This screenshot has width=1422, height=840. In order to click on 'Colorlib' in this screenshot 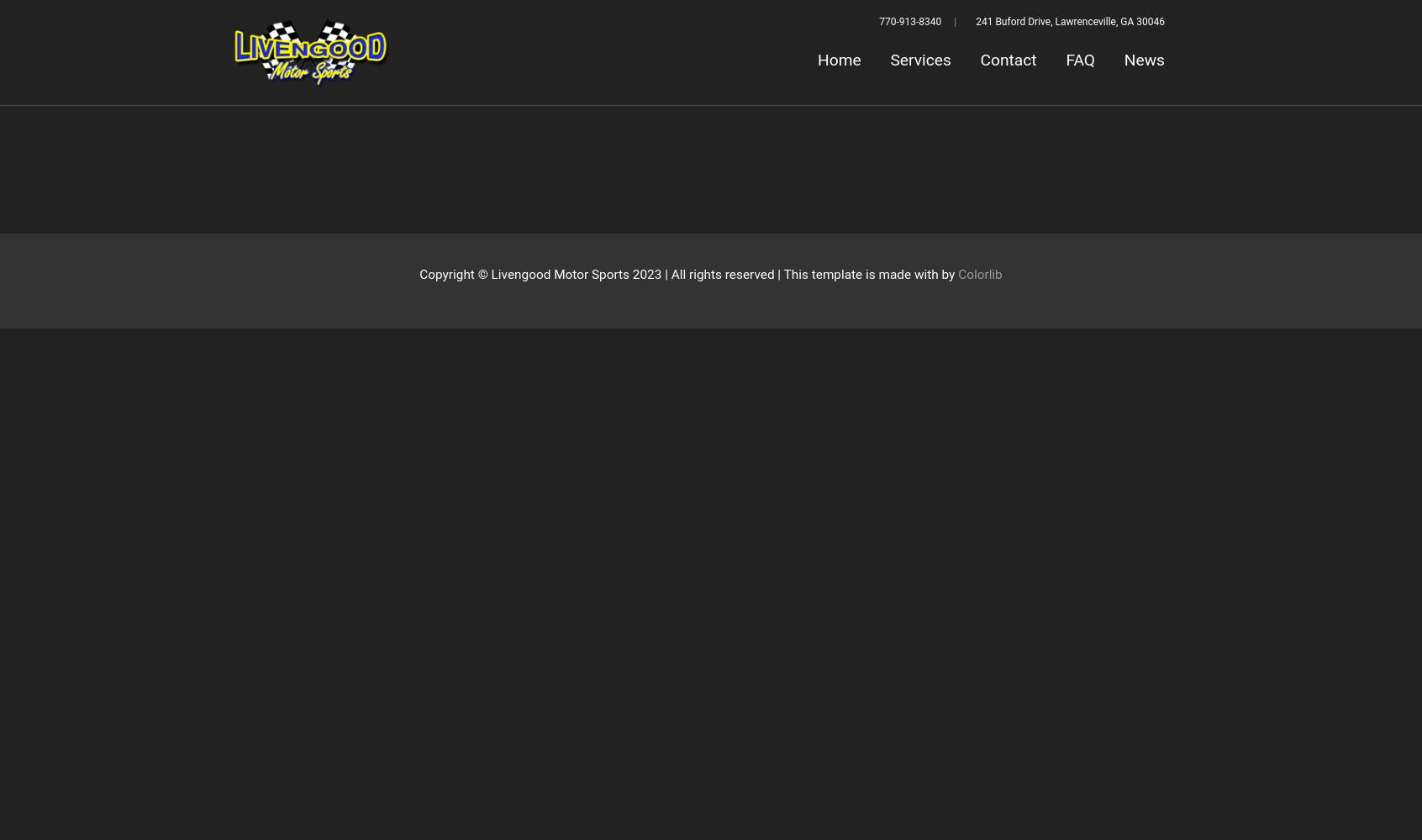, I will do `click(978, 274)`.